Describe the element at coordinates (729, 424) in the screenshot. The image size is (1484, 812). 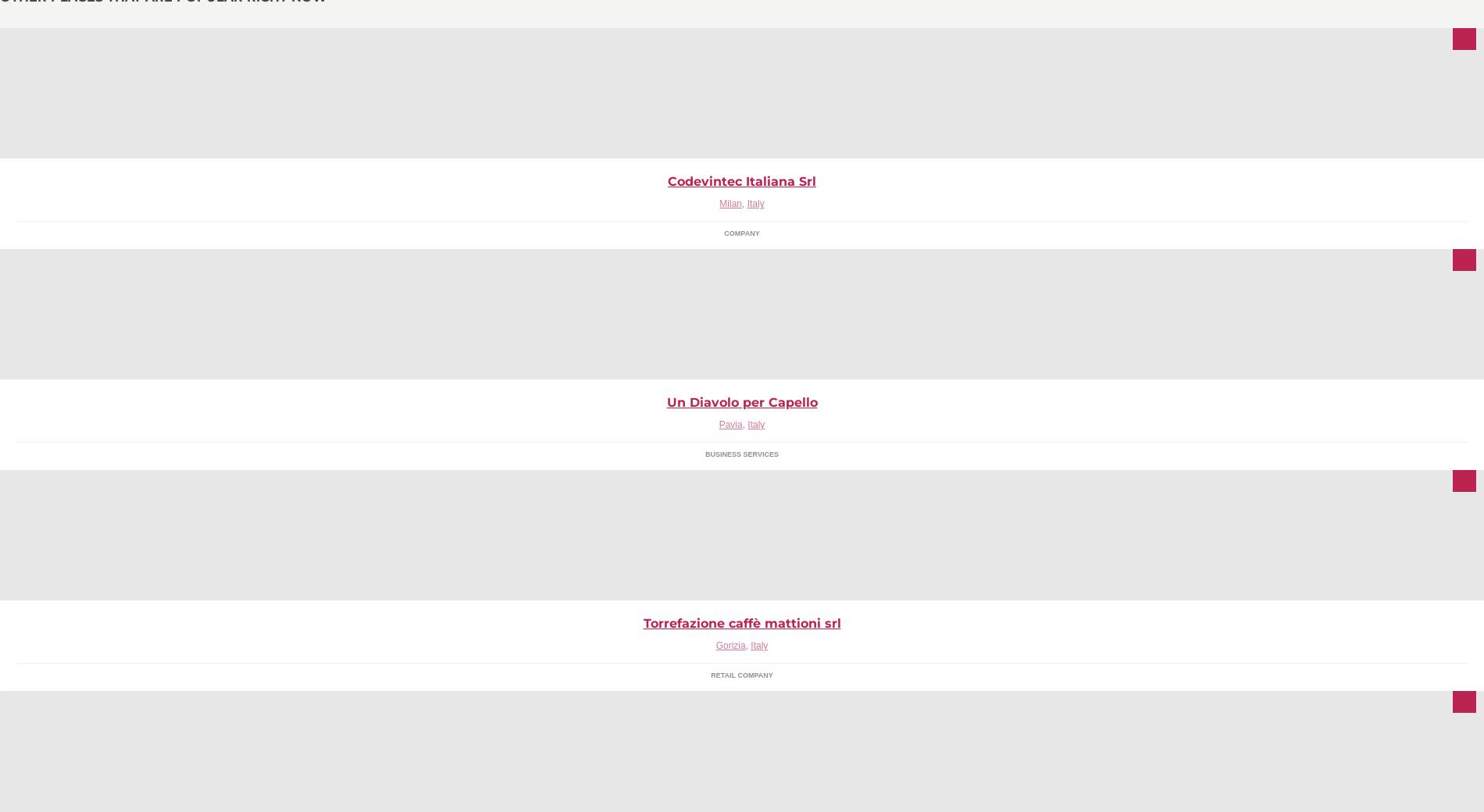
I see `'Pavia'` at that location.